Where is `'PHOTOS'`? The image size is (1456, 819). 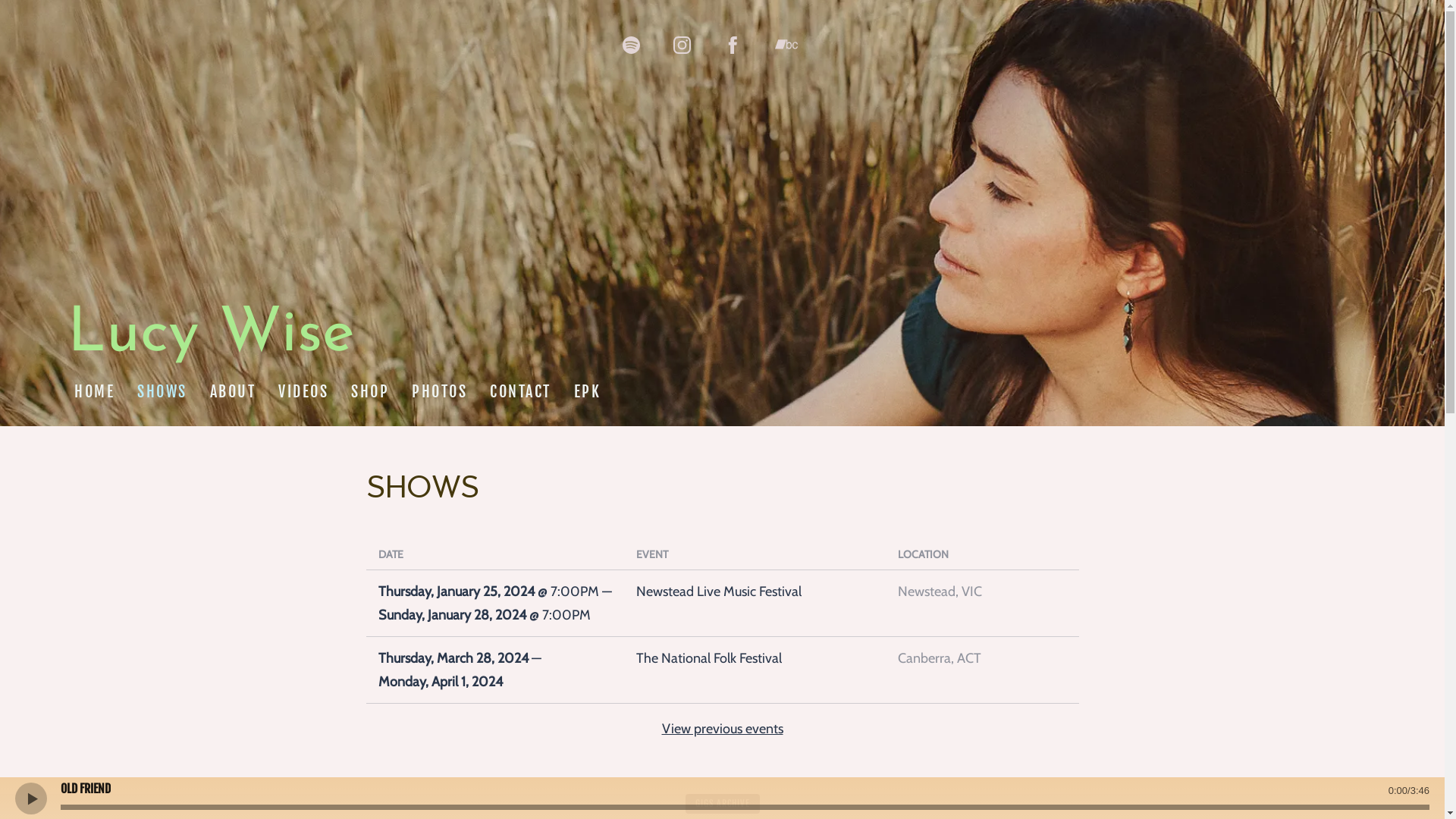 'PHOTOS' is located at coordinates (438, 391).